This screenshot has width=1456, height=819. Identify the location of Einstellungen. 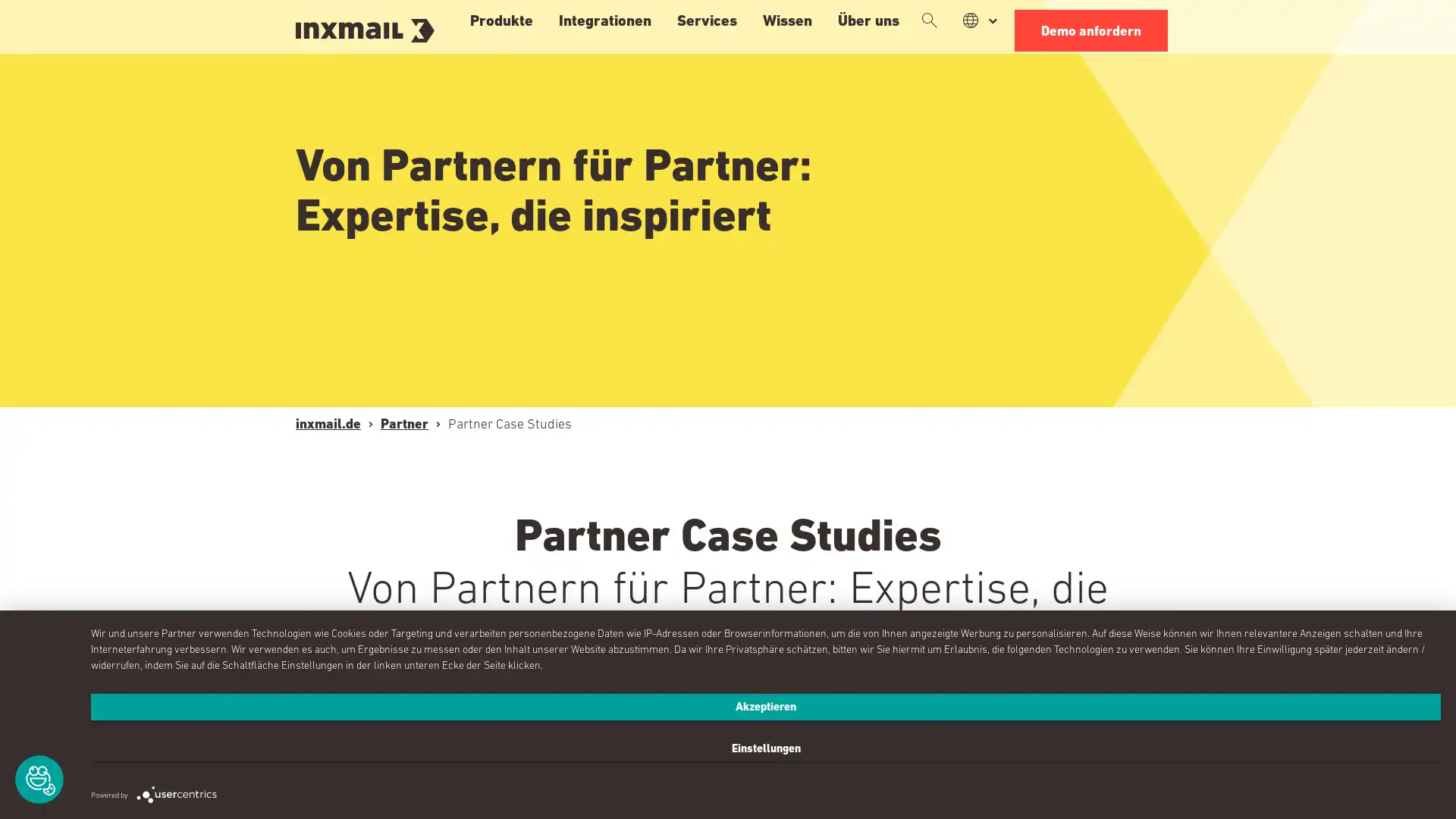
(1238, 763).